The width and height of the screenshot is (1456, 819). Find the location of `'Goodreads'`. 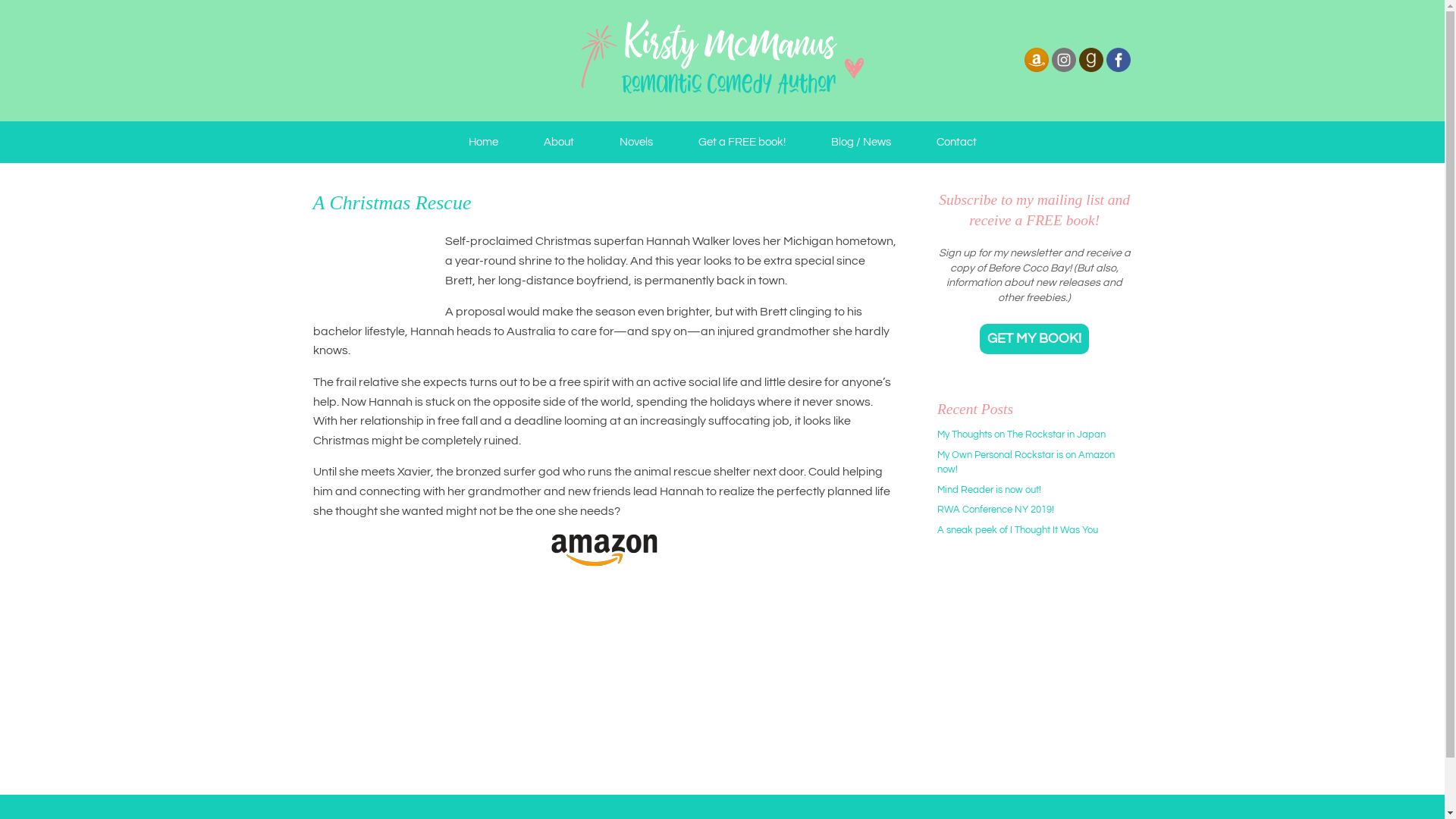

'Goodreads' is located at coordinates (1090, 70).